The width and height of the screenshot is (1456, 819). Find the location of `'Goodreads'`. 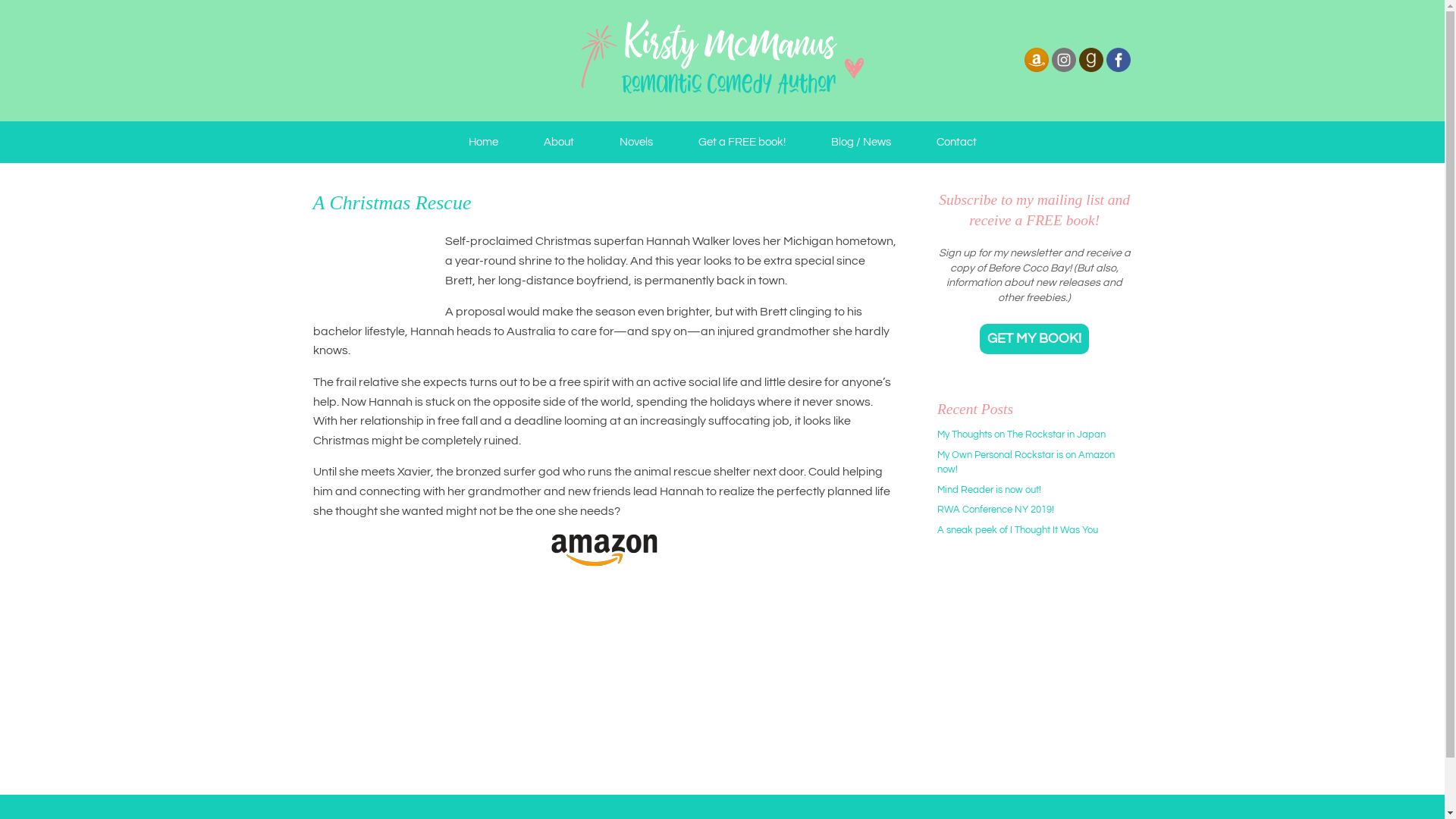

'Goodreads' is located at coordinates (1090, 70).